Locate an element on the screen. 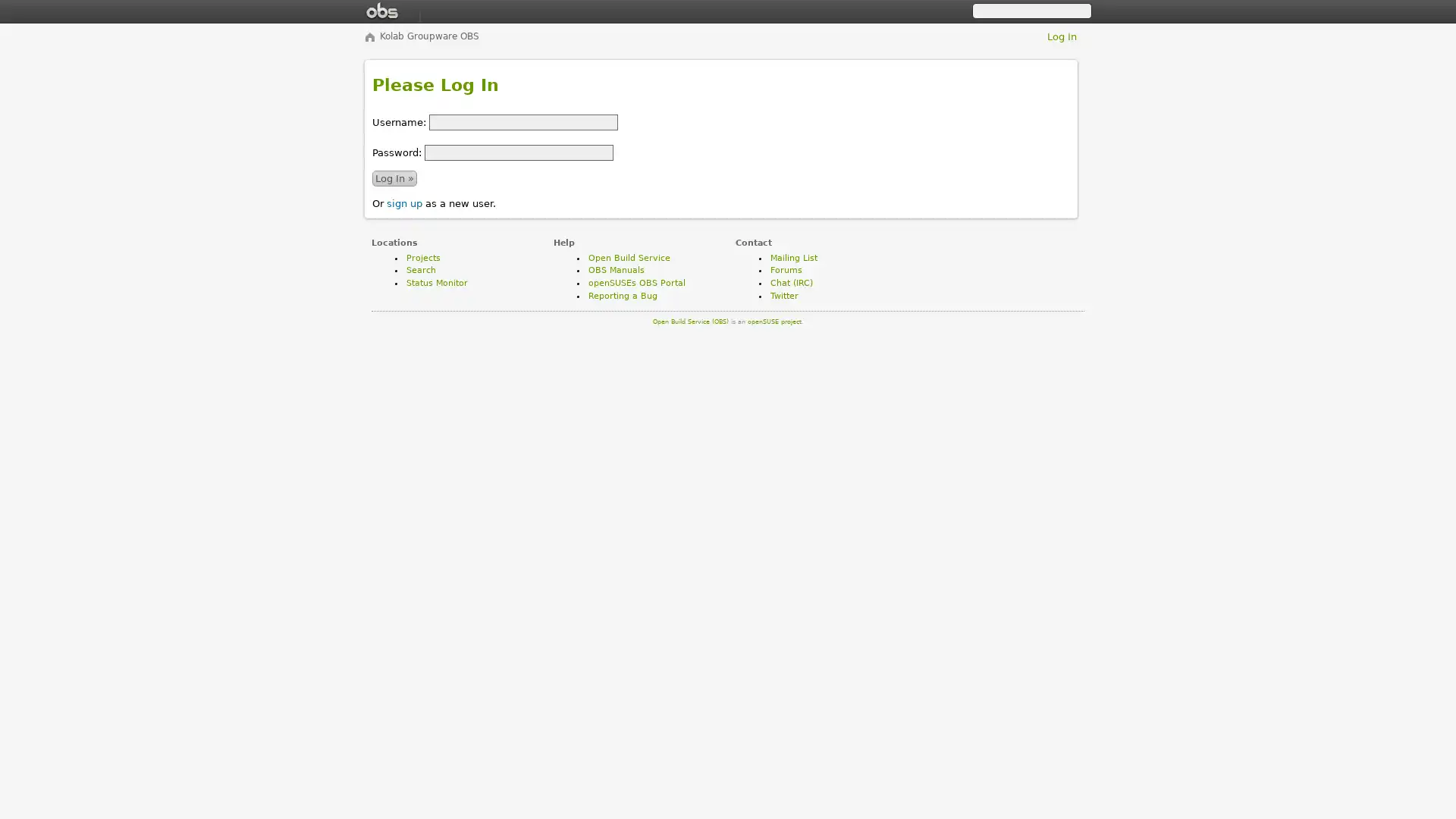 The height and width of the screenshot is (819, 1456). Log In is located at coordinates (394, 177).